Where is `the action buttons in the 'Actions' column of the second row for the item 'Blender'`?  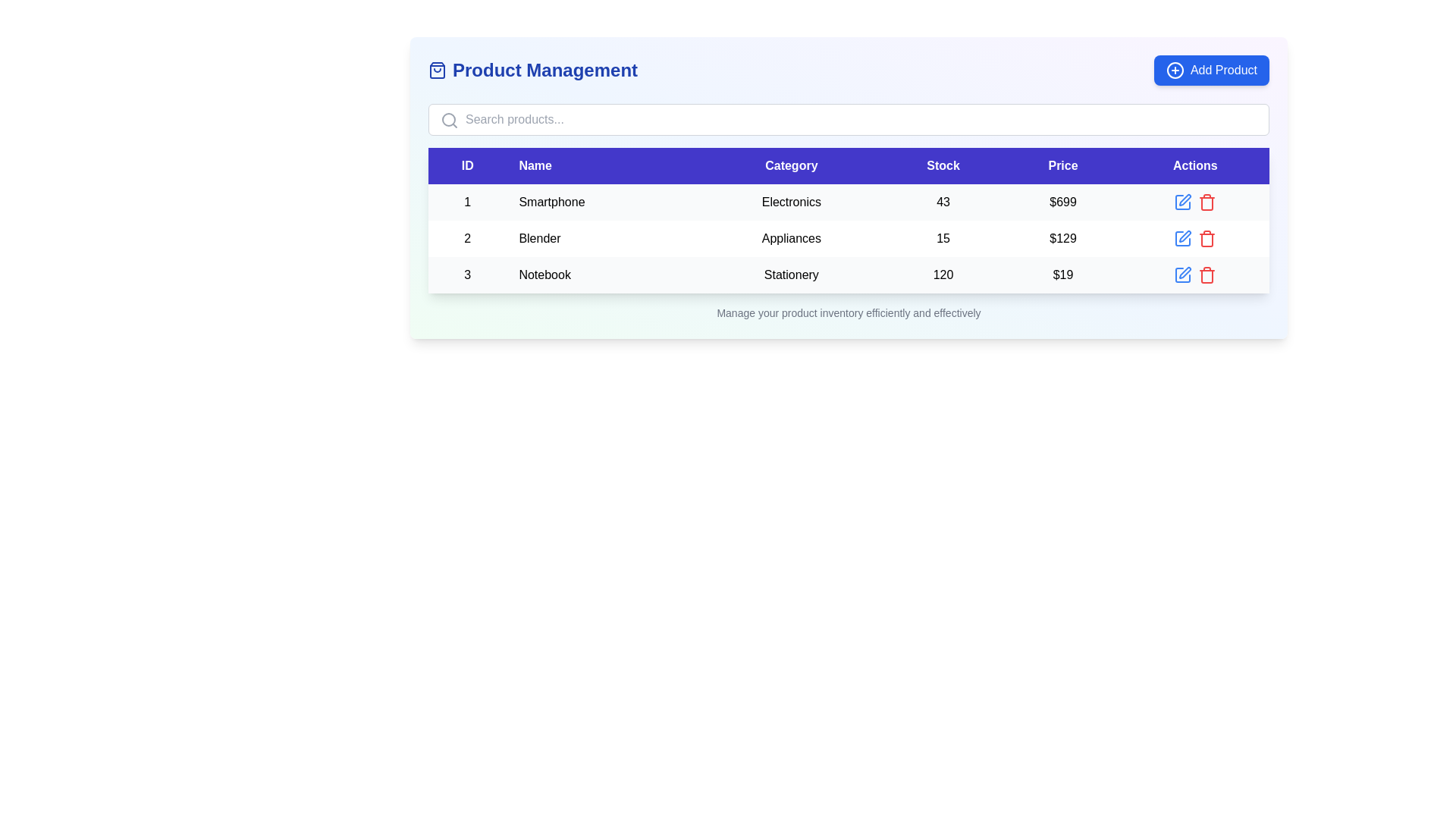 the action buttons in the 'Actions' column of the second row for the item 'Blender' is located at coordinates (1194, 239).